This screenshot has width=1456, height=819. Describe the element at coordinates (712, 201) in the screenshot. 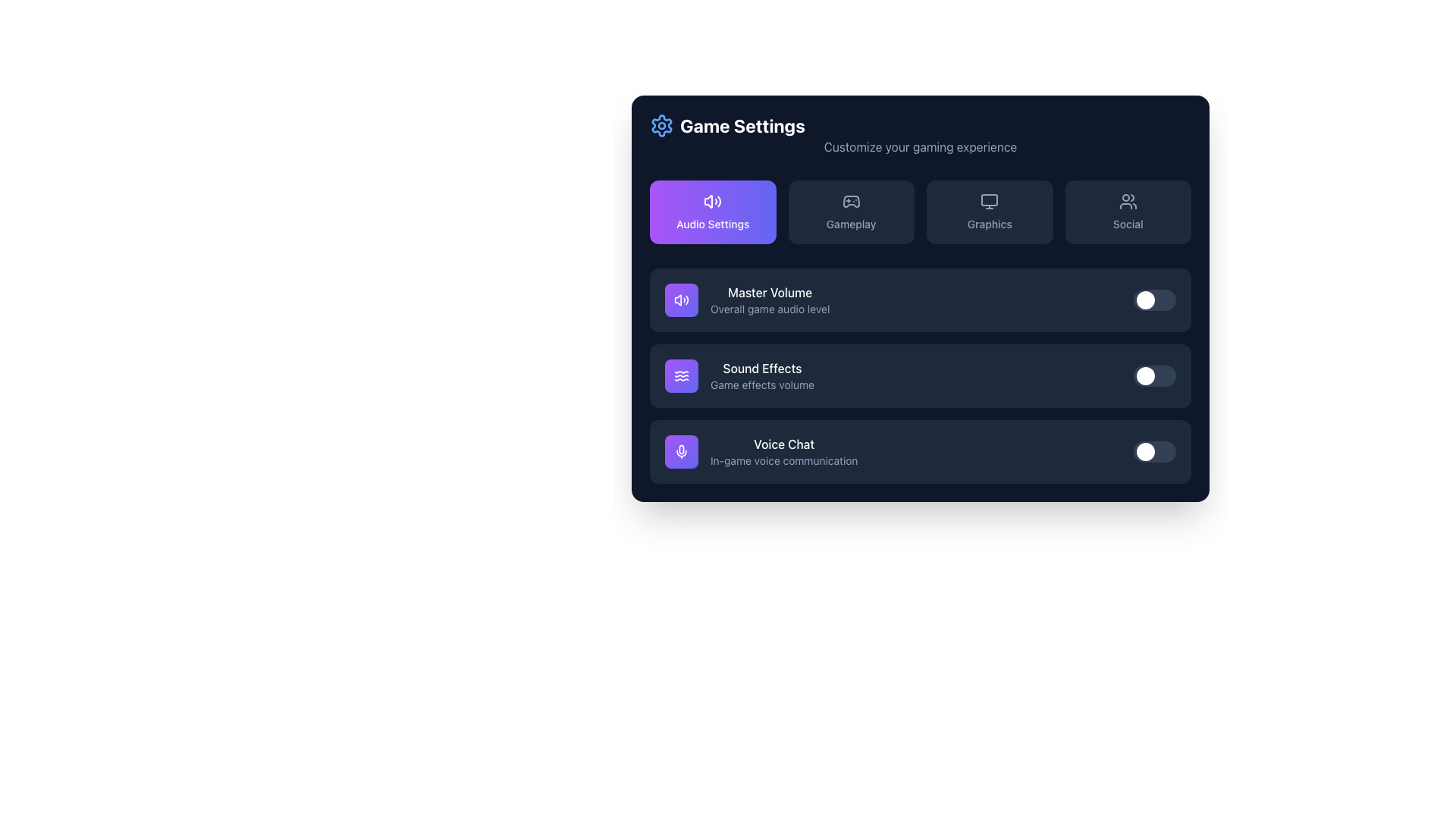

I see `the visual state of the audio settings icon, which represents audio functionalities and is located centrally within the 'Audio Settings' module at the top of the panel` at that location.